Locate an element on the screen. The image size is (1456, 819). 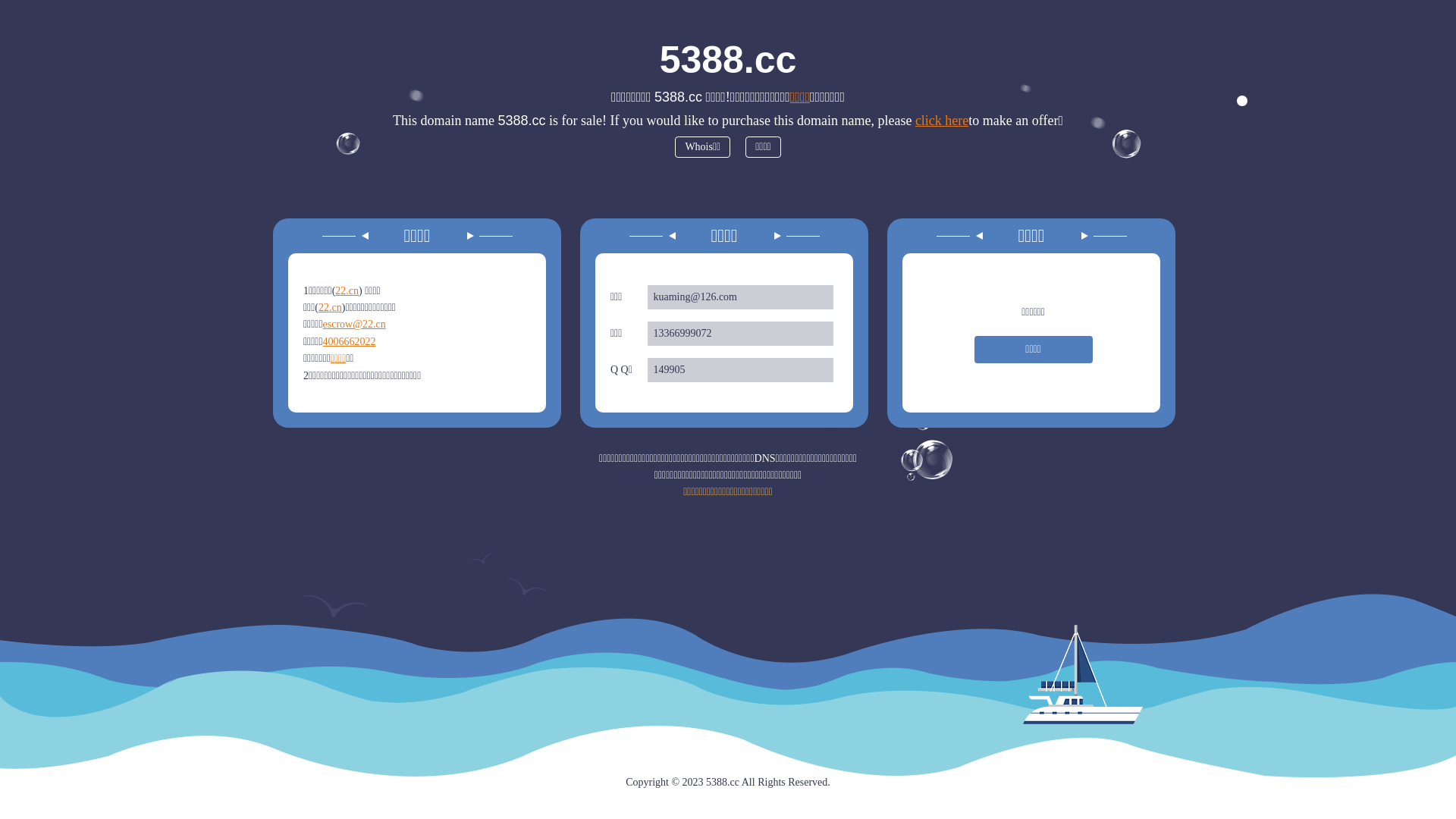
'22.cn' is located at coordinates (346, 290).